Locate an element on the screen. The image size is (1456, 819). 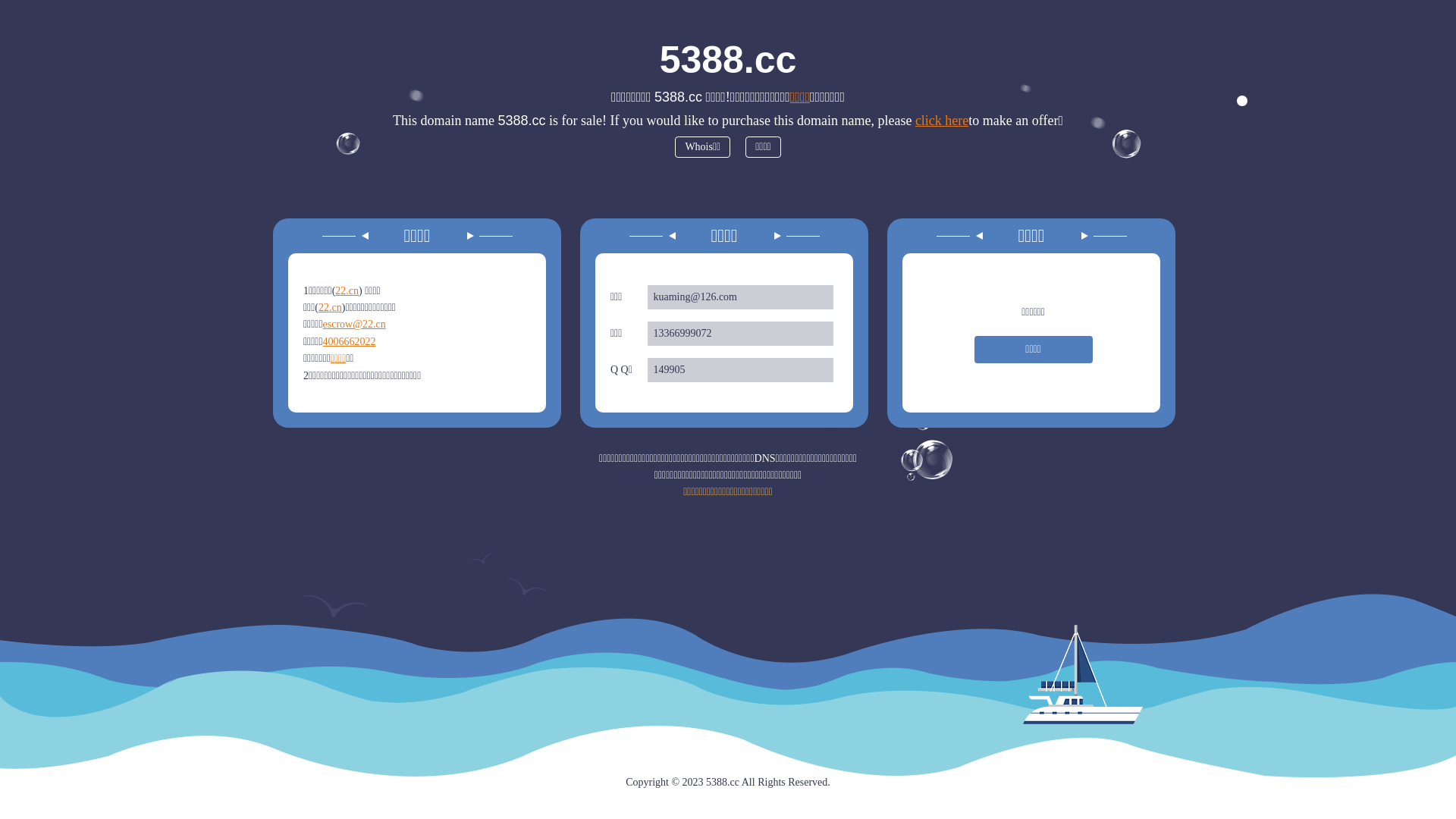
'22.cn' is located at coordinates (346, 290).